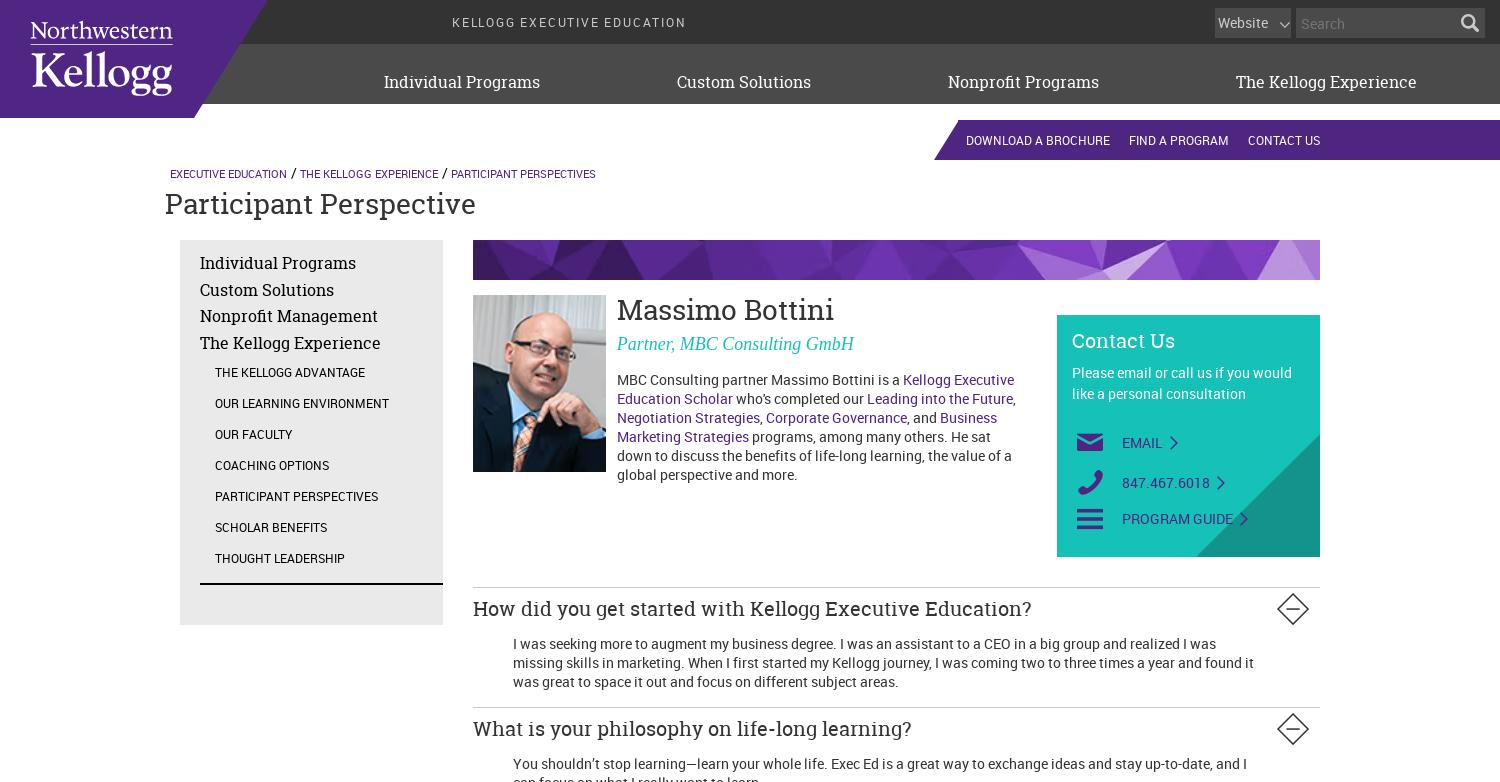 This screenshot has width=1500, height=782. What do you see at coordinates (1220, 142) in the screenshot?
I see `'Join Mailing List'` at bounding box center [1220, 142].